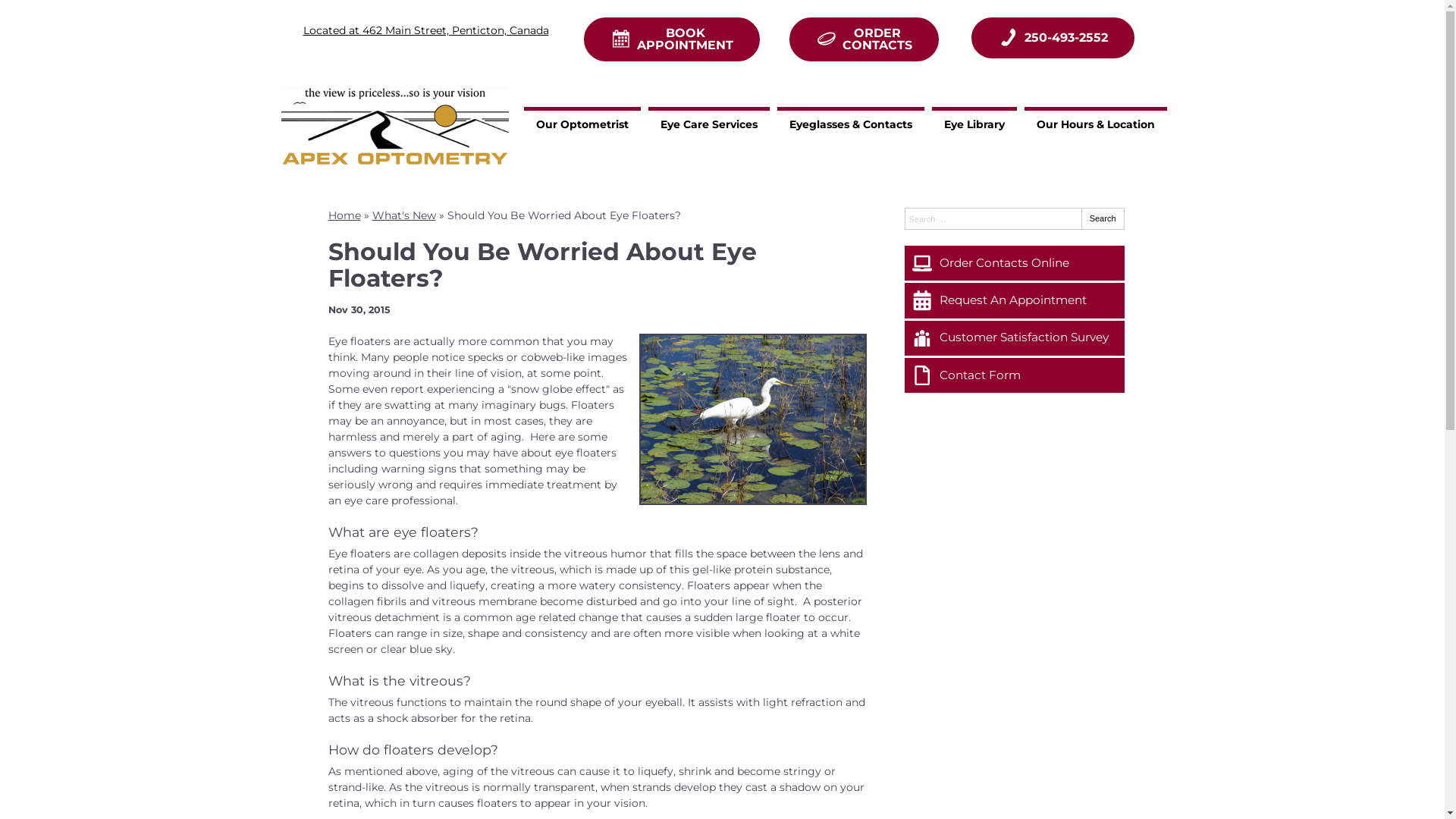 Image resolution: width=1456 pixels, height=819 pixels. What do you see at coordinates (968, 37) in the screenshot?
I see `'250-493-2552'` at bounding box center [968, 37].